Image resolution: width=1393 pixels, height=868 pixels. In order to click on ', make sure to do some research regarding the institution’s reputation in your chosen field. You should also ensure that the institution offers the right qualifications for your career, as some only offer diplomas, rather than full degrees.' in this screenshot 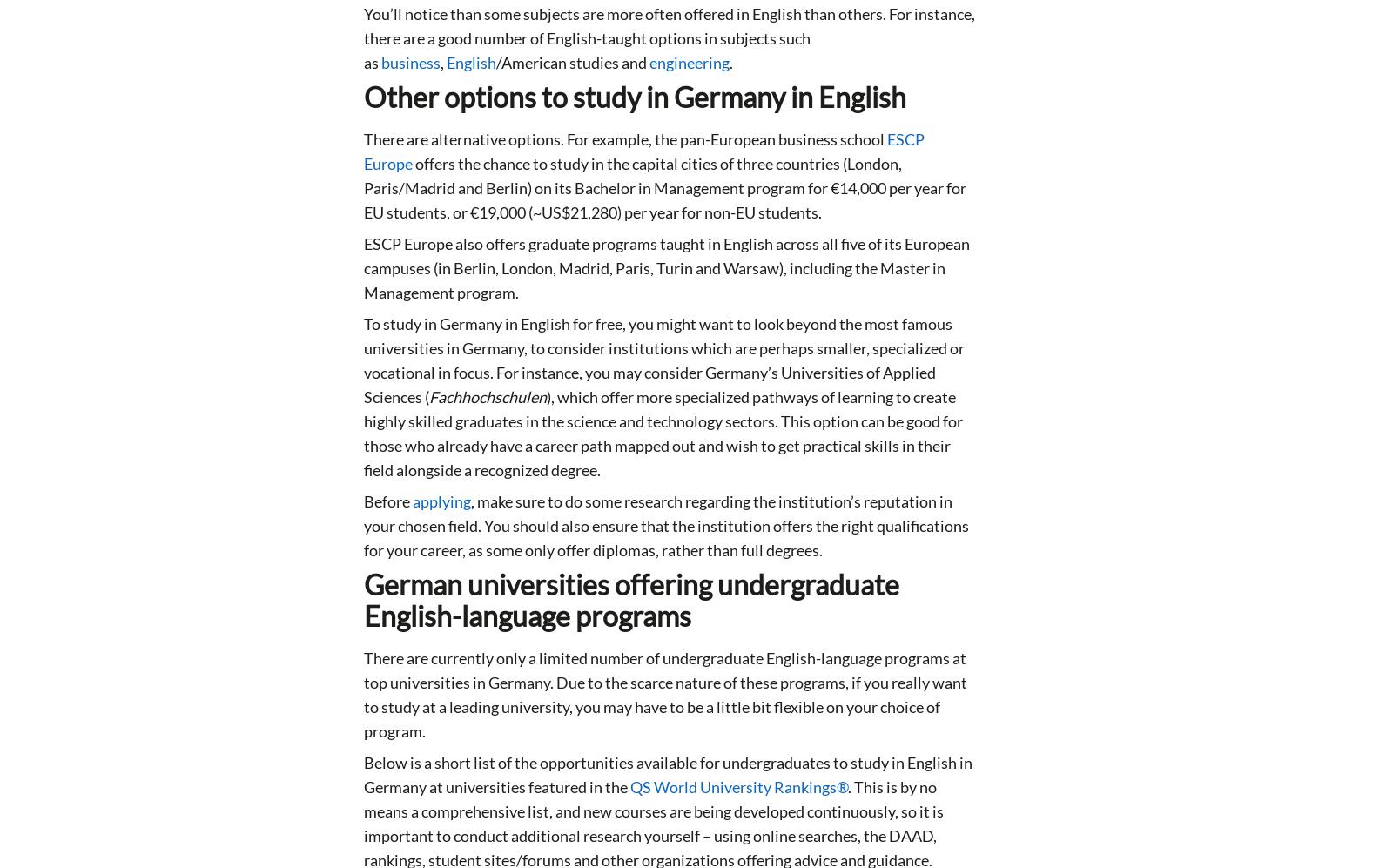, I will do `click(666, 524)`.